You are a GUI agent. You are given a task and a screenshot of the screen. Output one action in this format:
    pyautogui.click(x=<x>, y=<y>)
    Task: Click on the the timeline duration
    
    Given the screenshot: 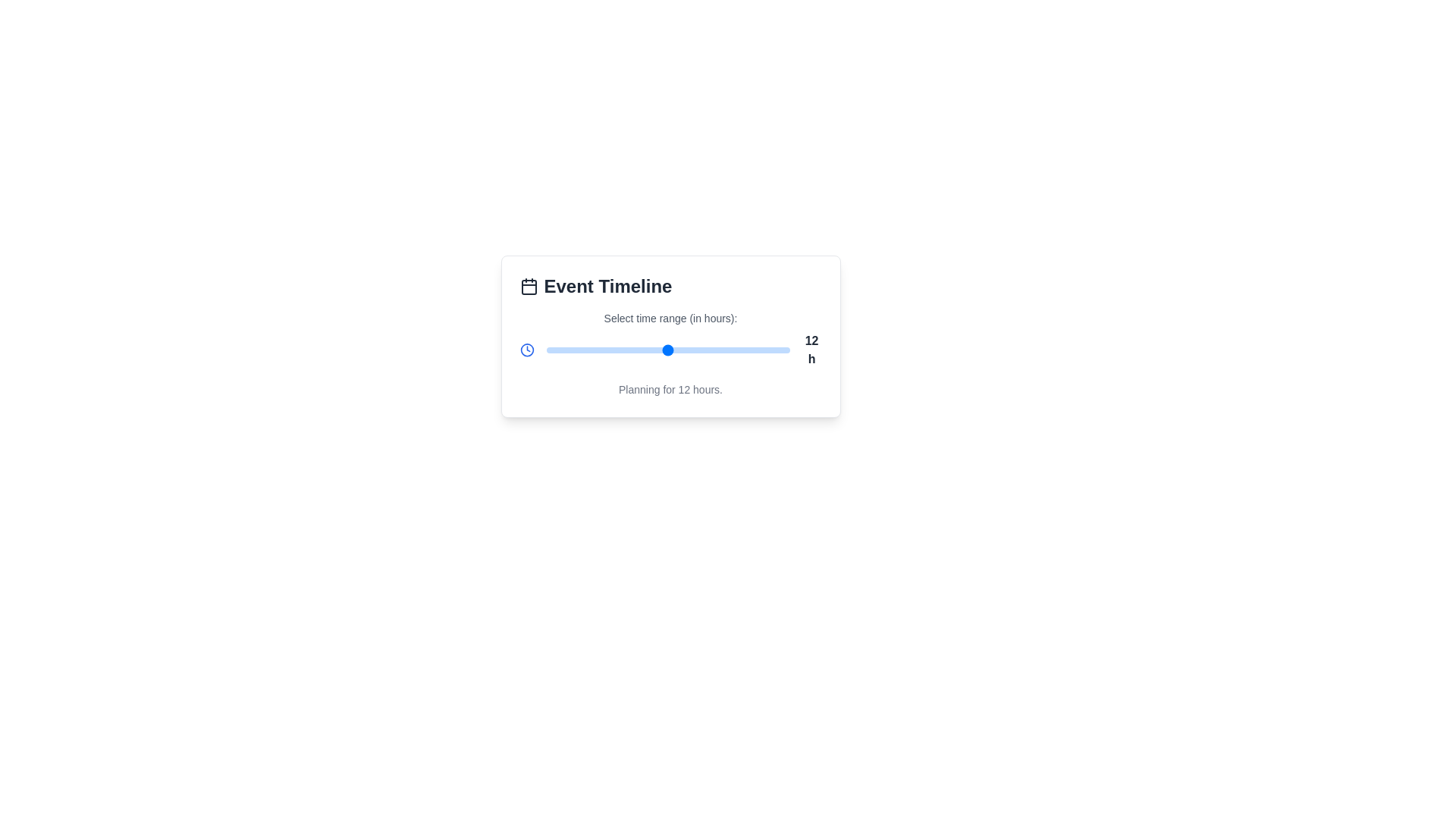 What is the action you would take?
    pyautogui.click(x=677, y=350)
    